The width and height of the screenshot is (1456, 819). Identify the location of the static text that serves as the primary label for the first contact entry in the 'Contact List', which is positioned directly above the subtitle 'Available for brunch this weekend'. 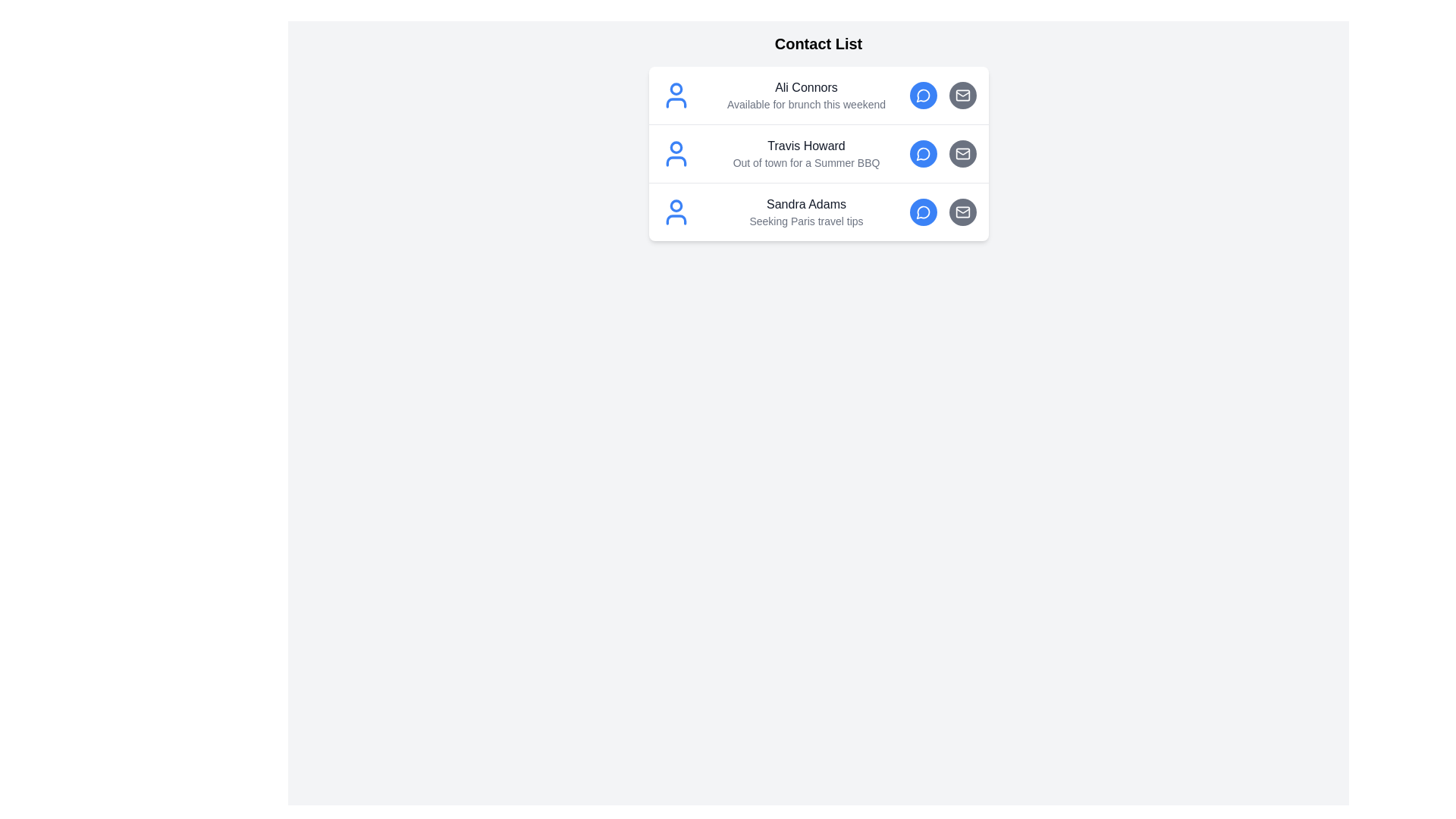
(805, 87).